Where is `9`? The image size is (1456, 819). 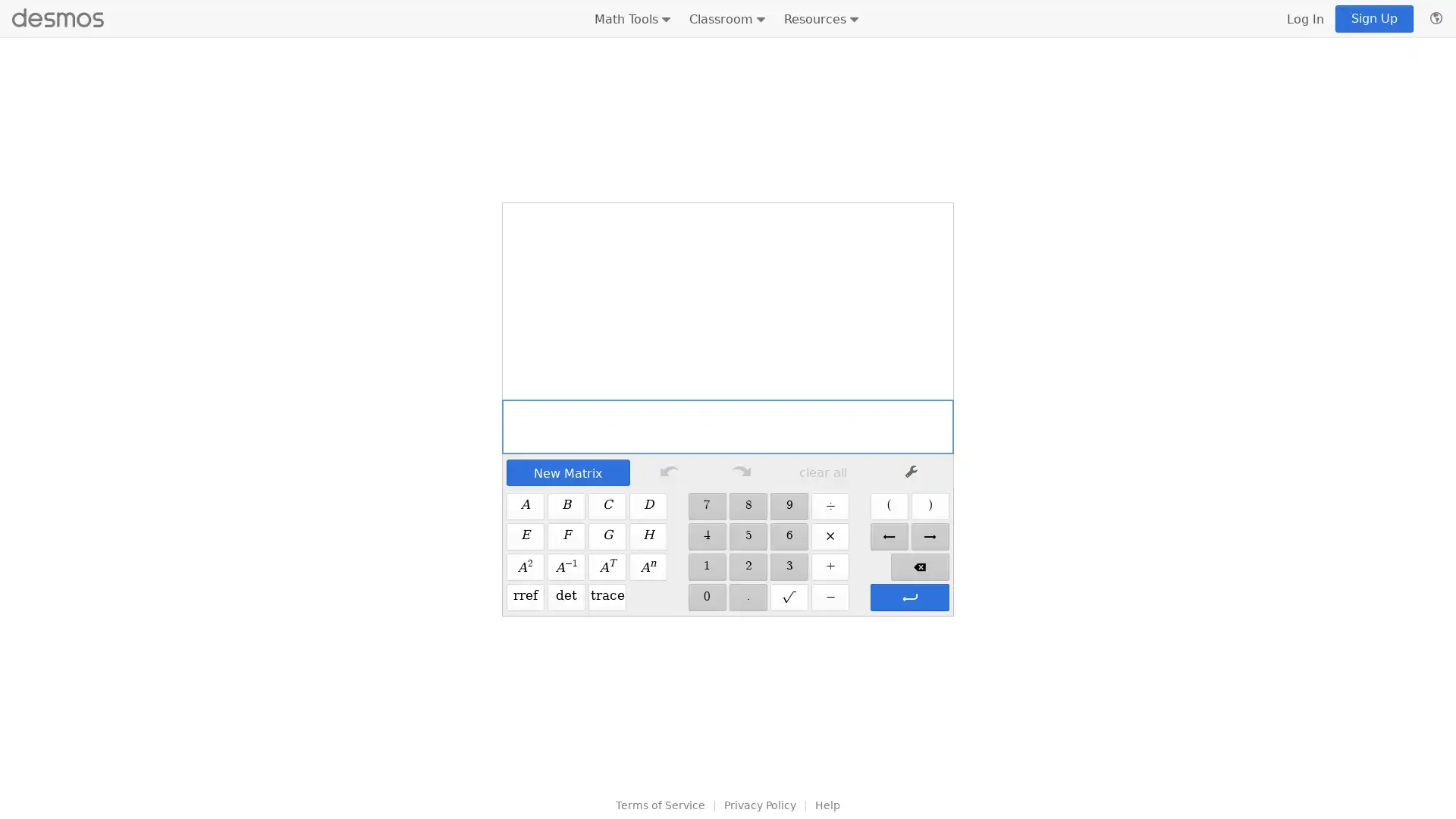
9 is located at coordinates (789, 506).